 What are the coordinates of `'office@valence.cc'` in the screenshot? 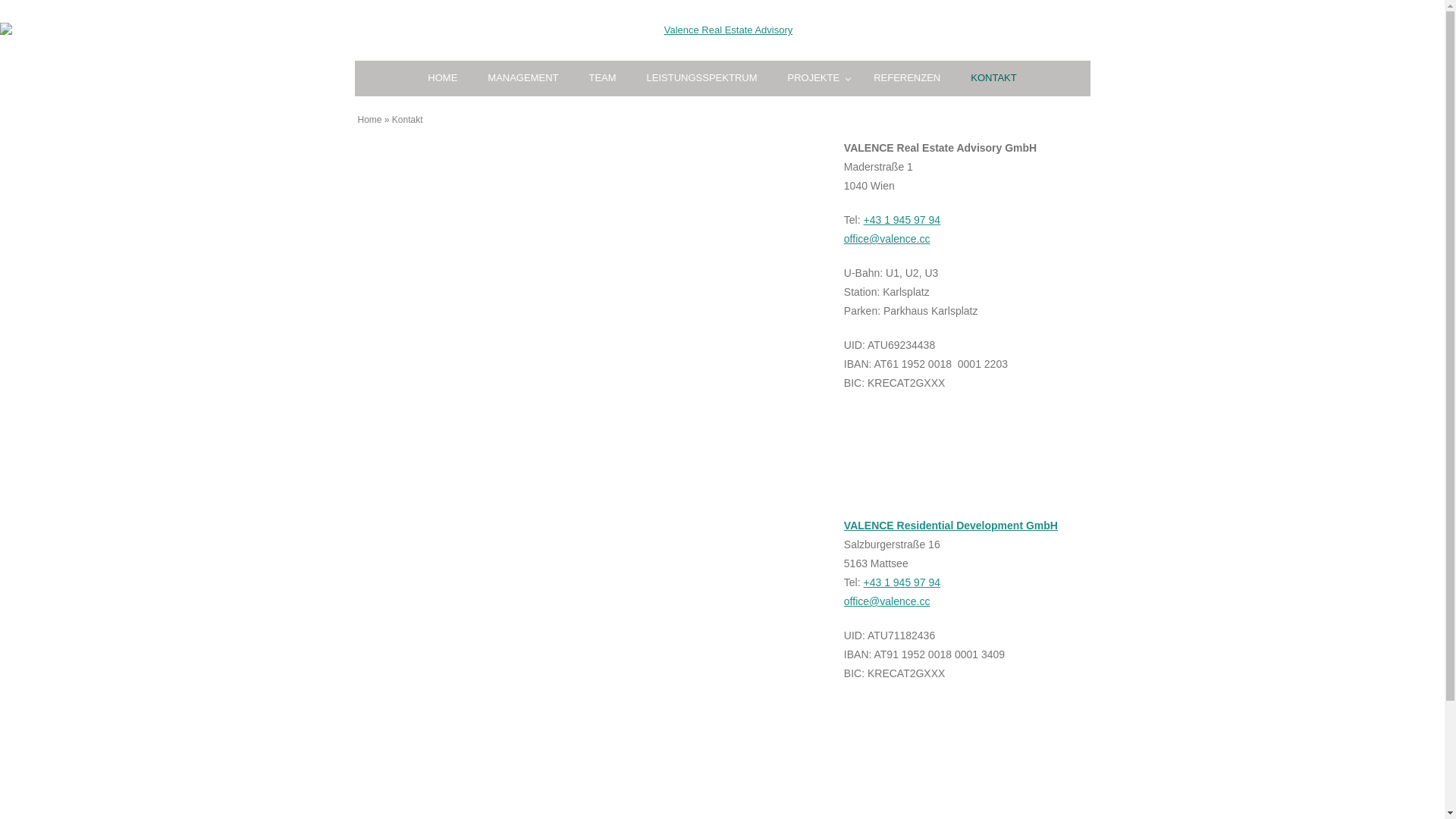 It's located at (887, 239).